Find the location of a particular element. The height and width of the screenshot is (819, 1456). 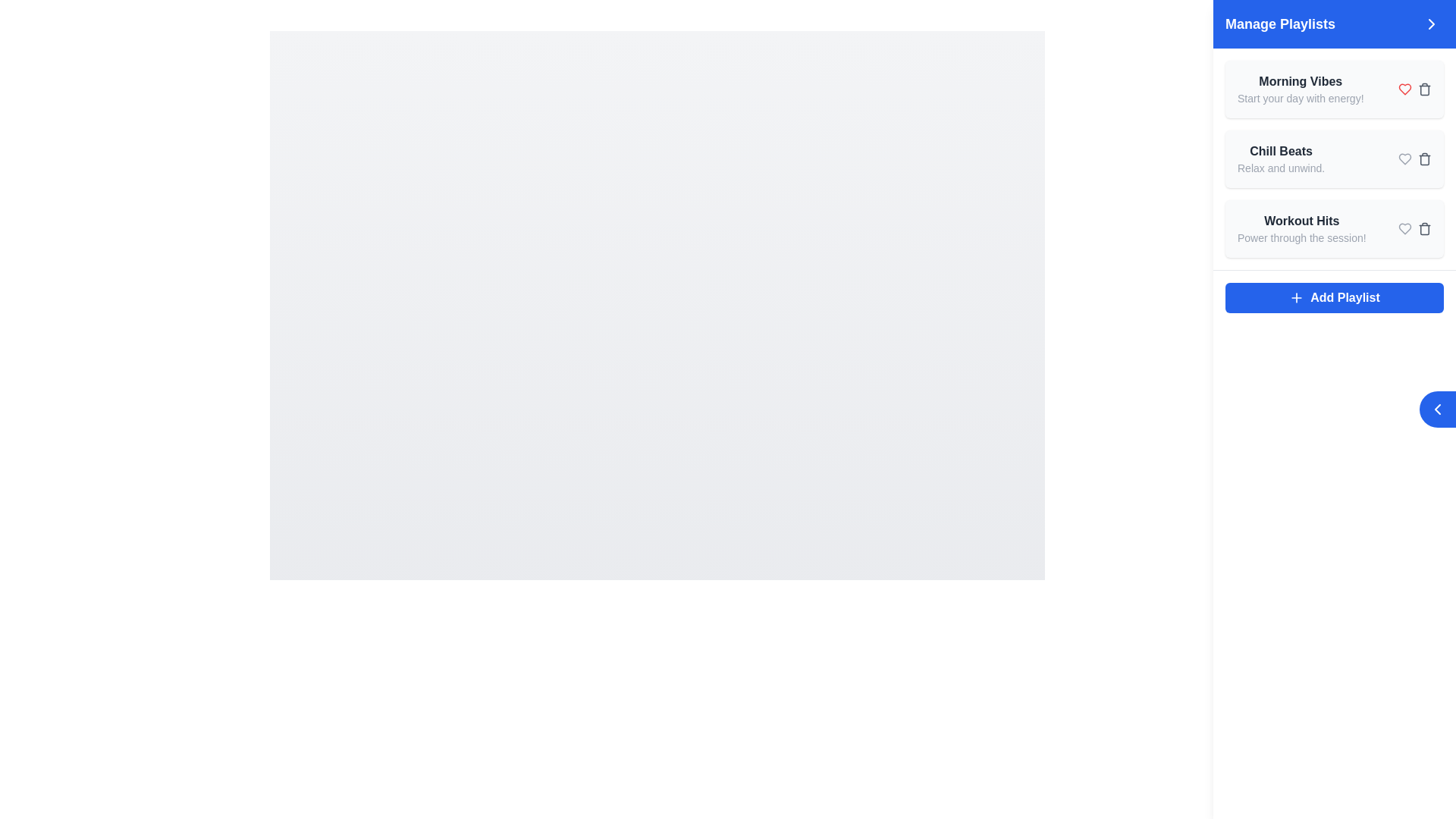

the gray text label that says 'Start your day with energy!' located beneath the title 'Morning Vibes' in the playlist management interface is located at coordinates (1300, 99).